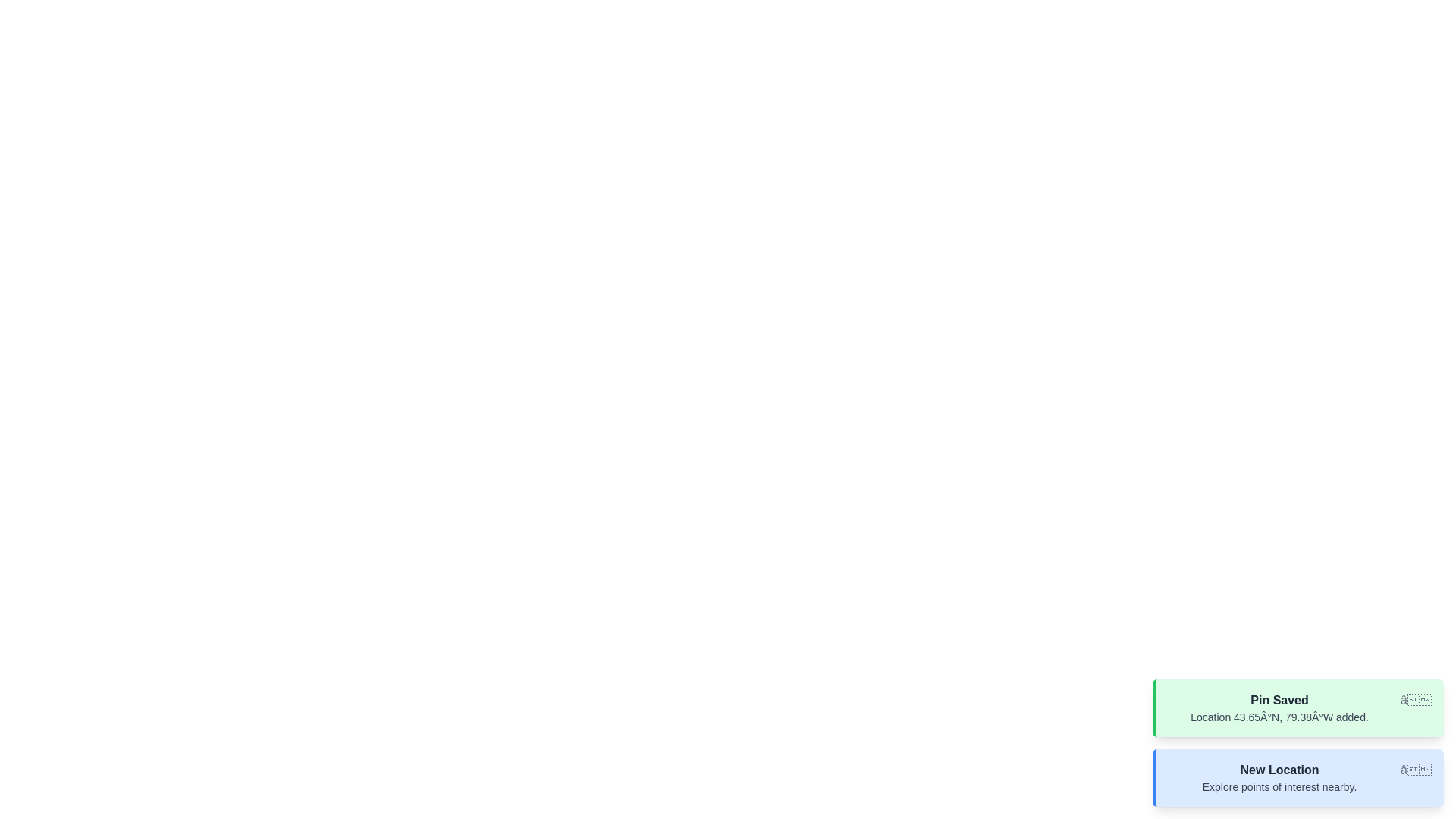 Image resolution: width=1456 pixels, height=819 pixels. What do you see at coordinates (1415, 701) in the screenshot?
I see `close button of the notification with title Pin Saved` at bounding box center [1415, 701].